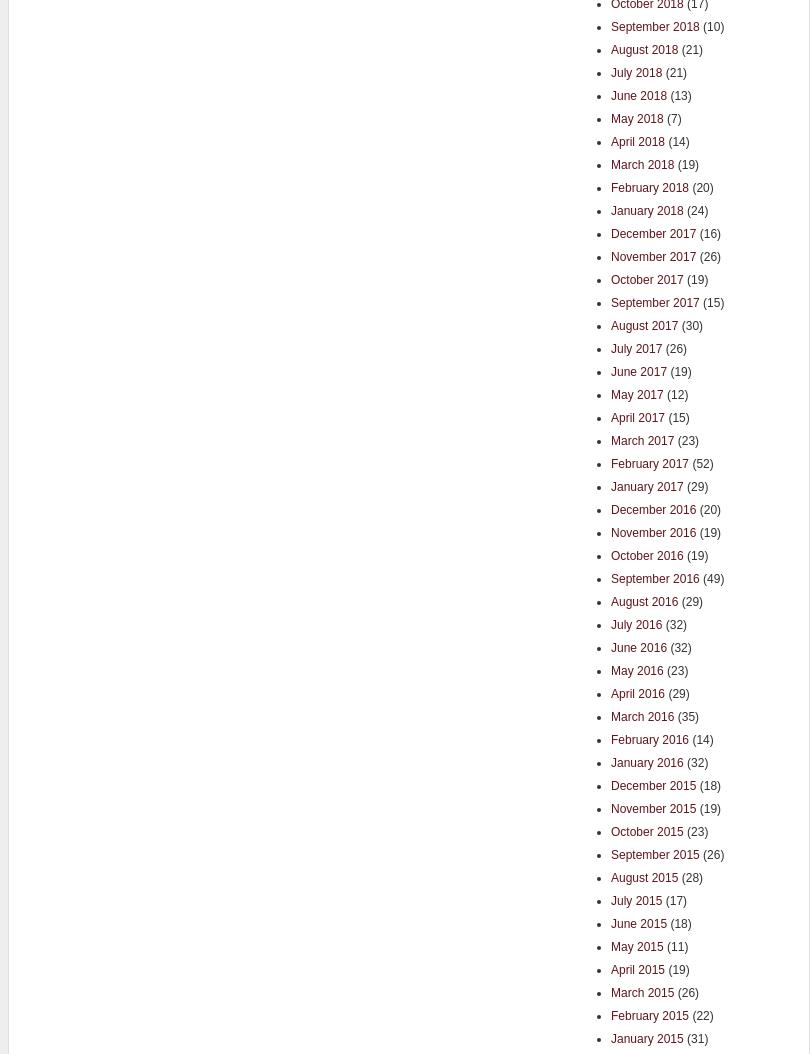 The image size is (810, 1054). I want to click on 'February 2018', so click(649, 185).